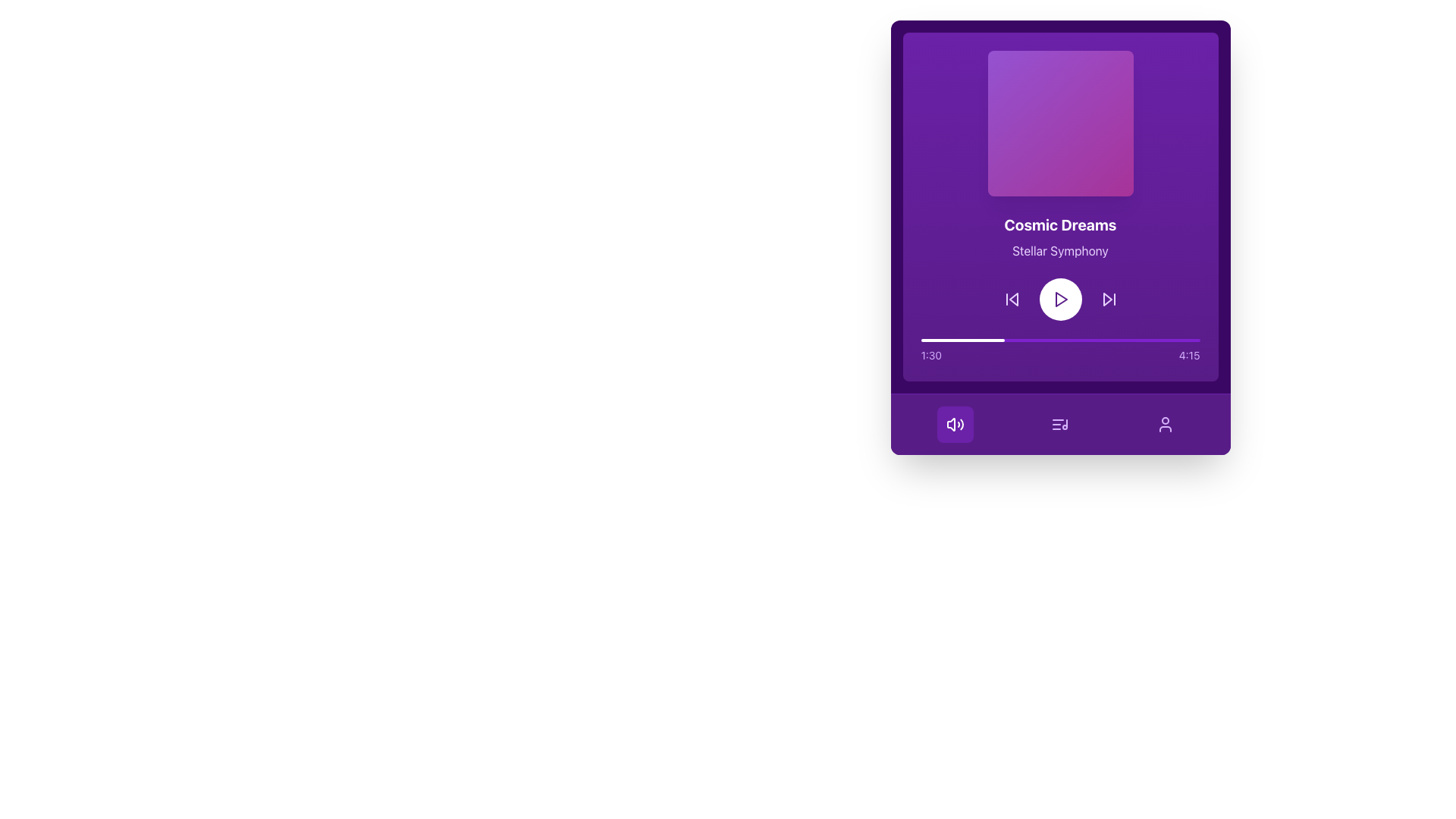 This screenshot has height=819, width=1456. I want to click on the speaker icon with sound waves located in the bottom navigation bar, which is the first icon from the left, to mute or unmute the audio, so click(950, 424).